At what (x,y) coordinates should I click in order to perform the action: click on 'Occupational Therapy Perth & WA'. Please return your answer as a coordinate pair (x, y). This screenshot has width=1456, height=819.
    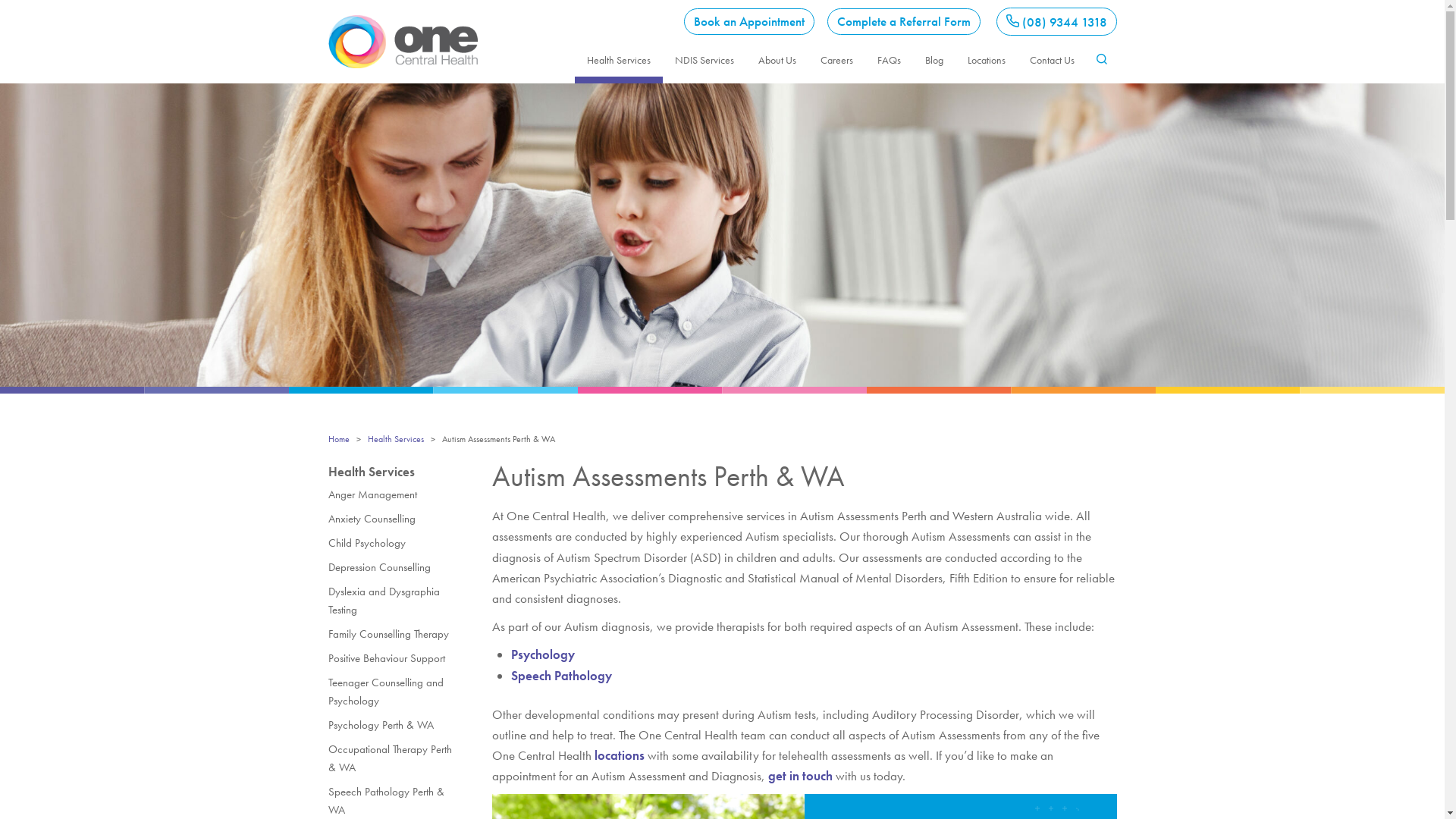
    Looking at the image, I should click on (394, 758).